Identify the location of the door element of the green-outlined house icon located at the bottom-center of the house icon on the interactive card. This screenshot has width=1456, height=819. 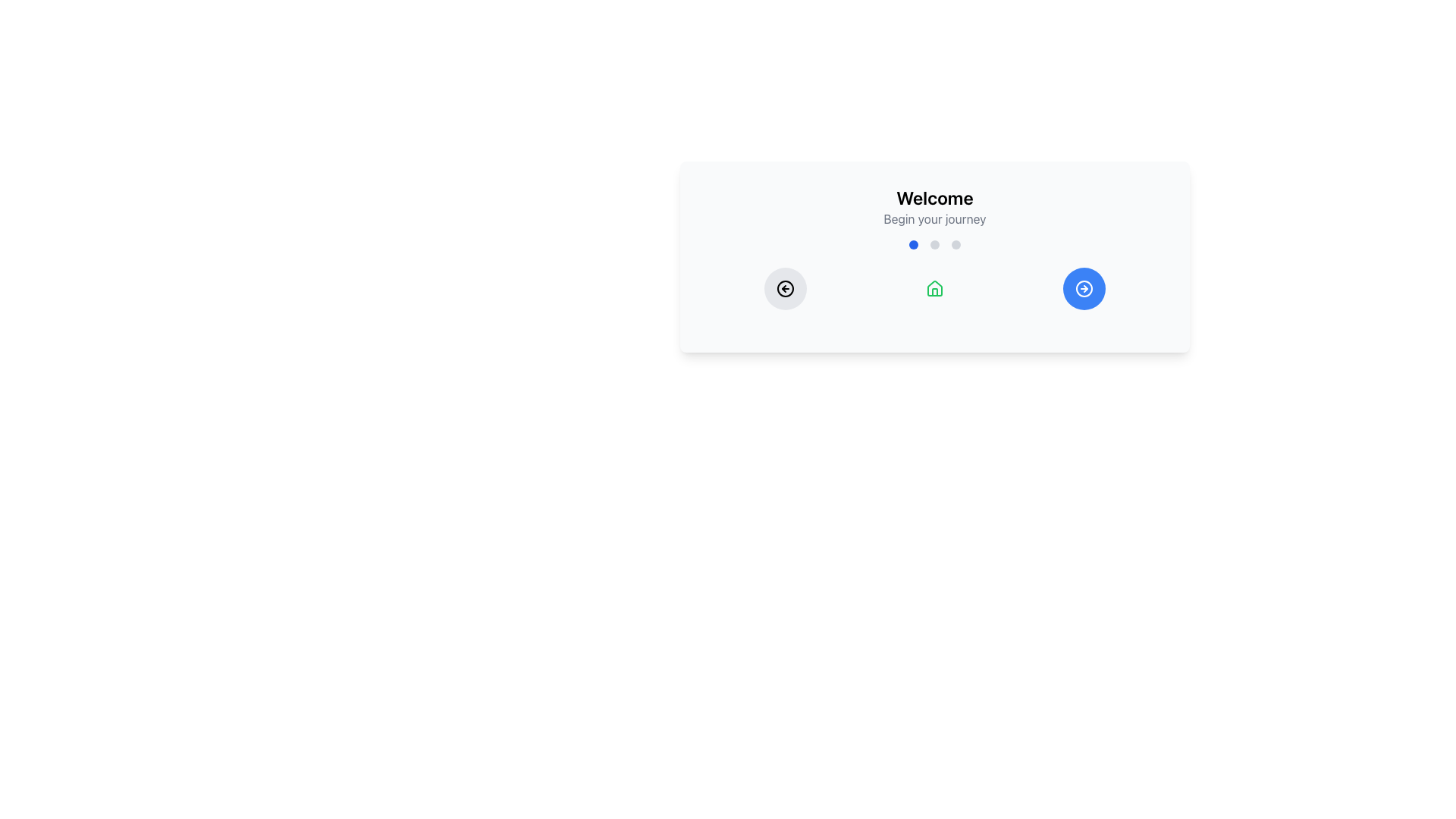
(934, 292).